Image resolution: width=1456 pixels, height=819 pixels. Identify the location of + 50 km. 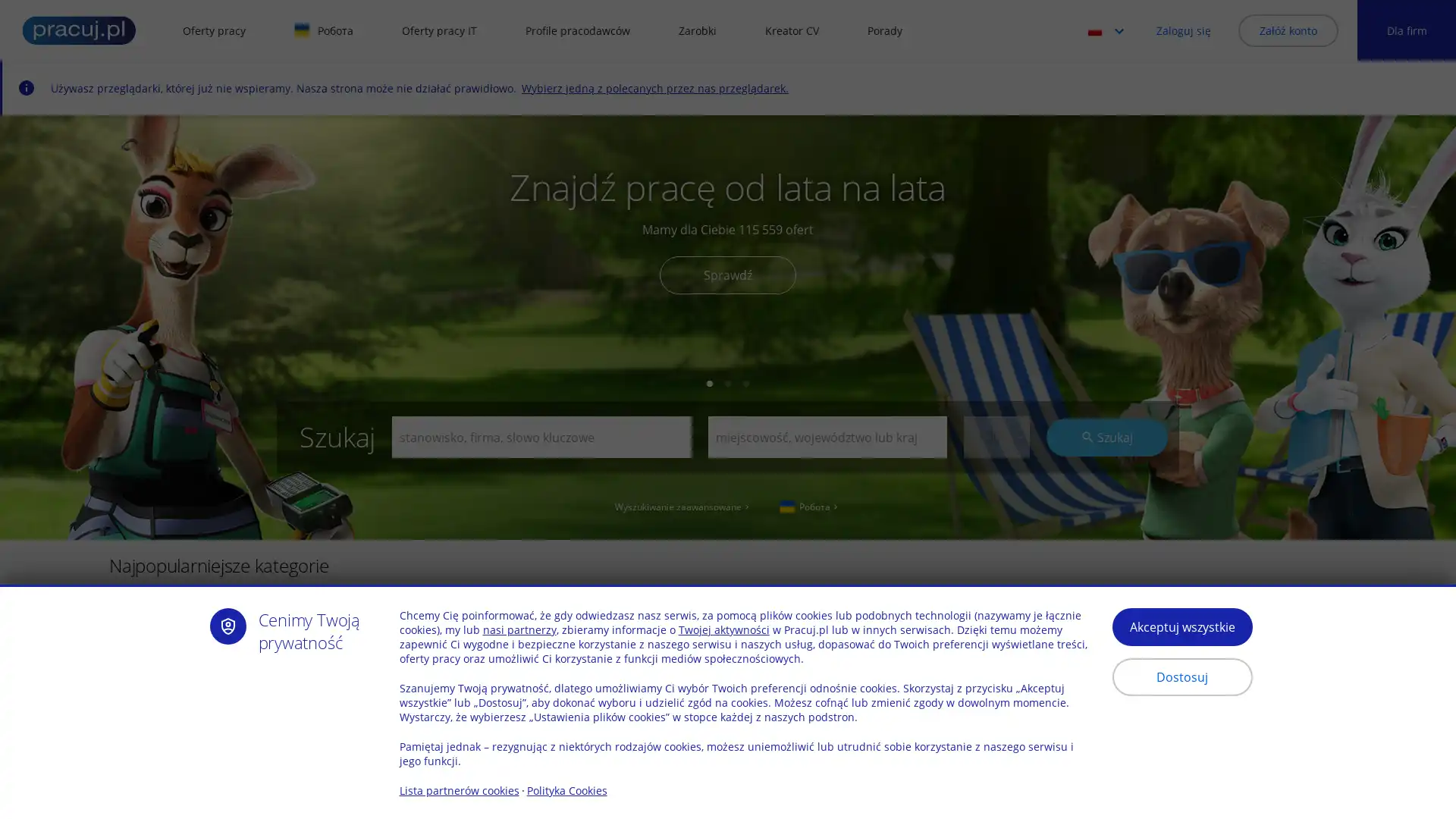
(996, 696).